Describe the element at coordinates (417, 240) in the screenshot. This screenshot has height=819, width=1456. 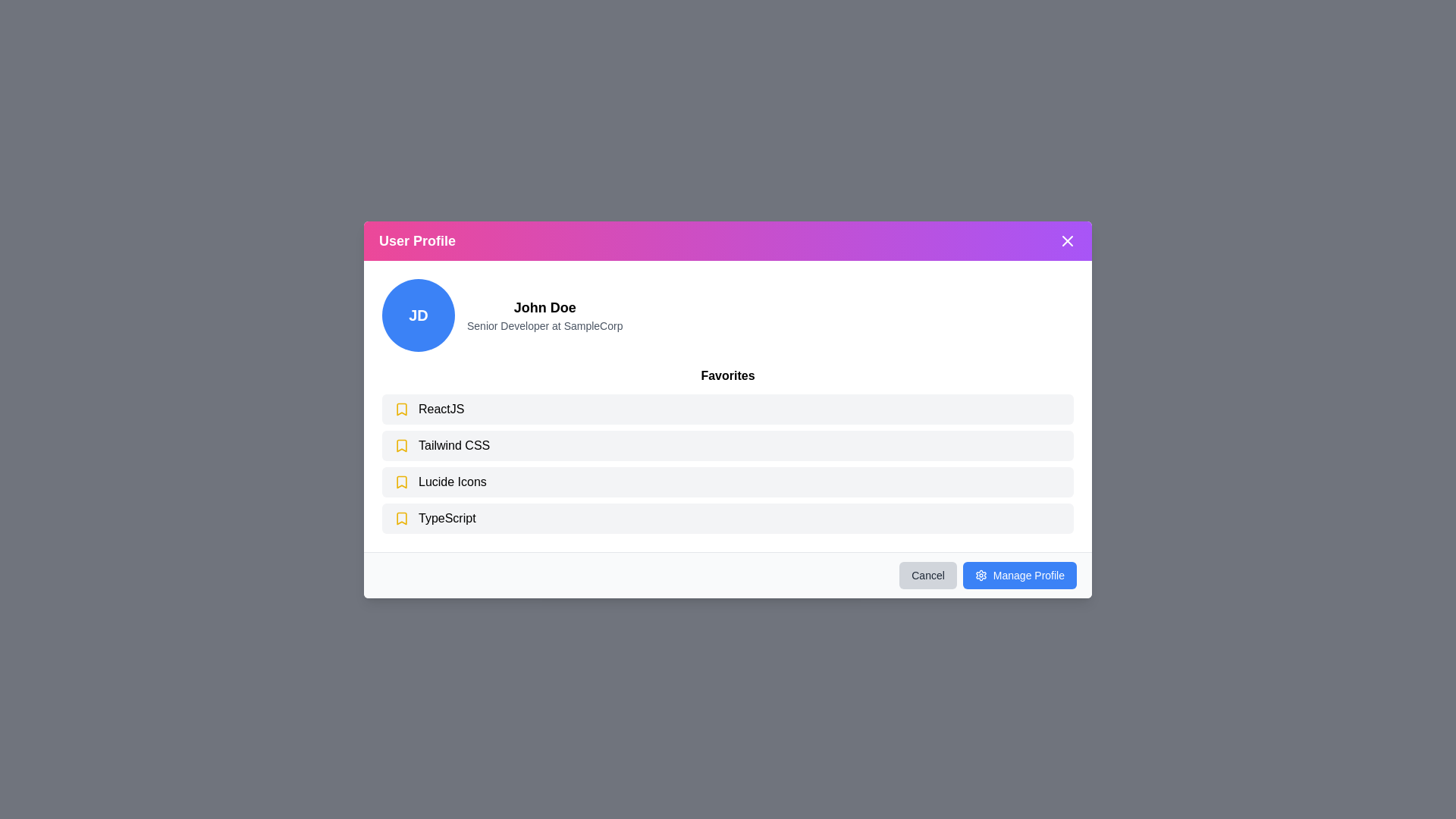
I see `the 'User Profile' text label, which is styled in bold white font and located in the top-left corner of the header section of the dialog` at that location.